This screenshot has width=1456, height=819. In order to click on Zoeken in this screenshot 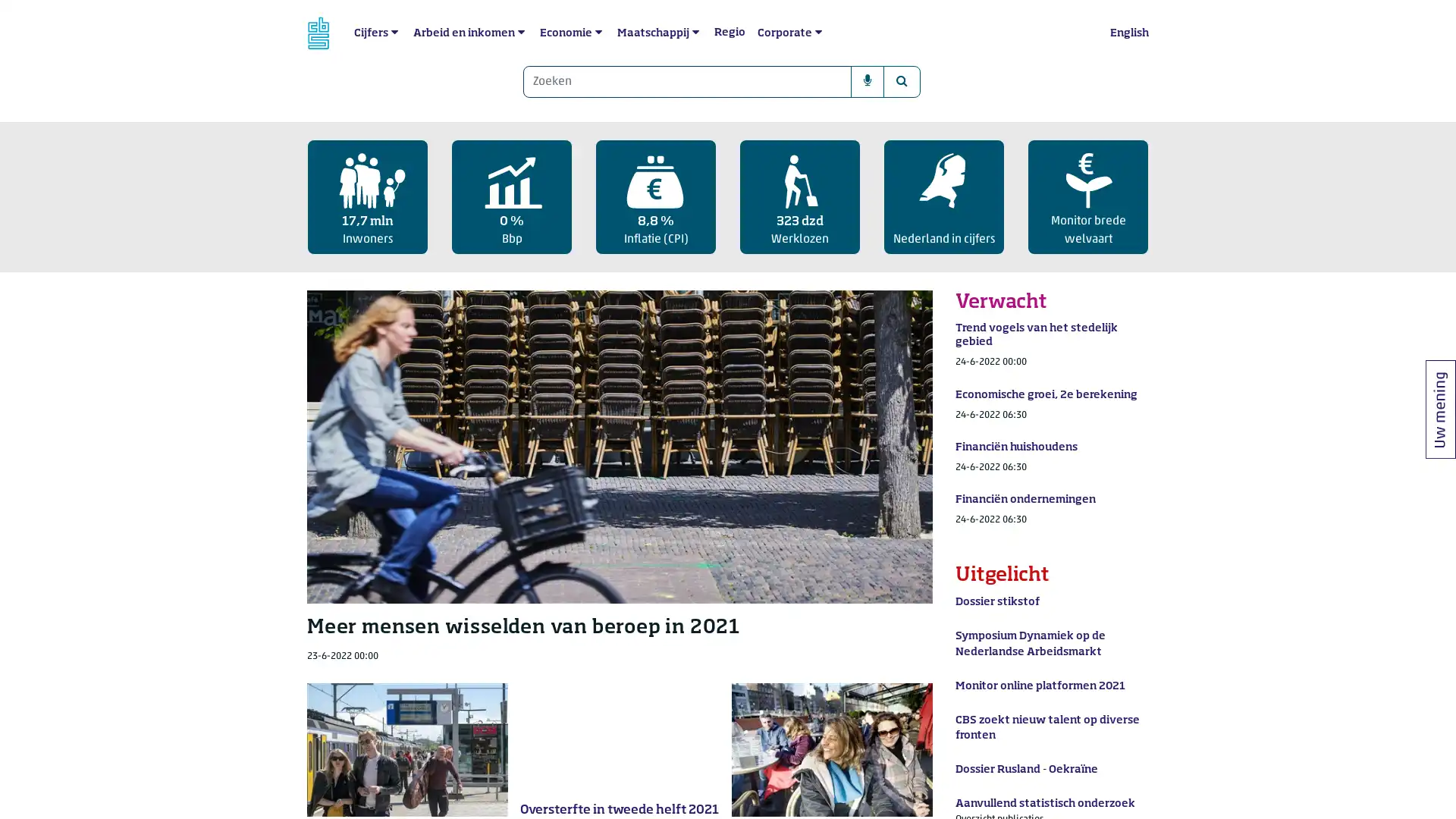, I will do `click(902, 82)`.